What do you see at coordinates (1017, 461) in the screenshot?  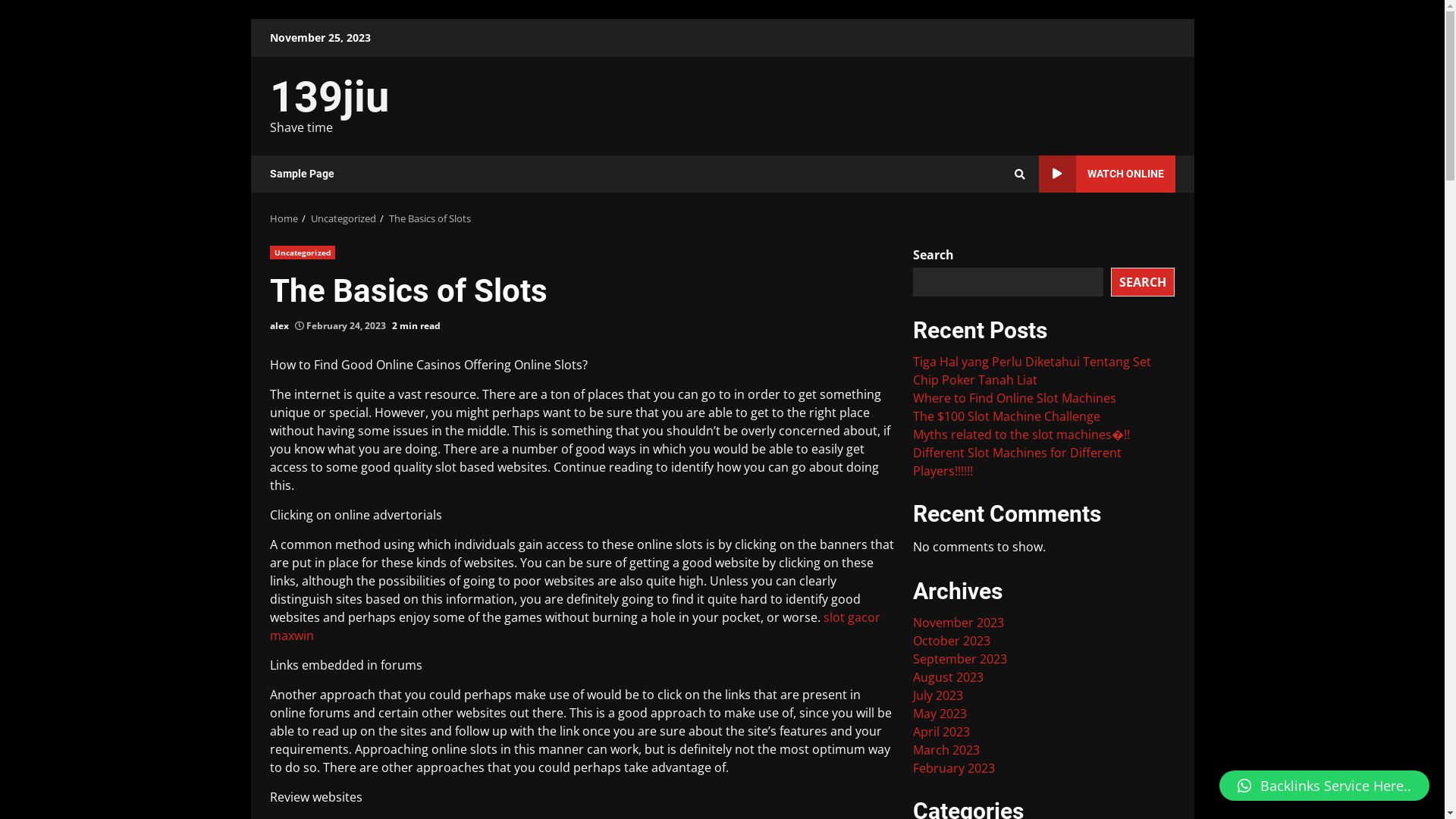 I see `'Different Slot Machines for Different Players!!!!!!'` at bounding box center [1017, 461].